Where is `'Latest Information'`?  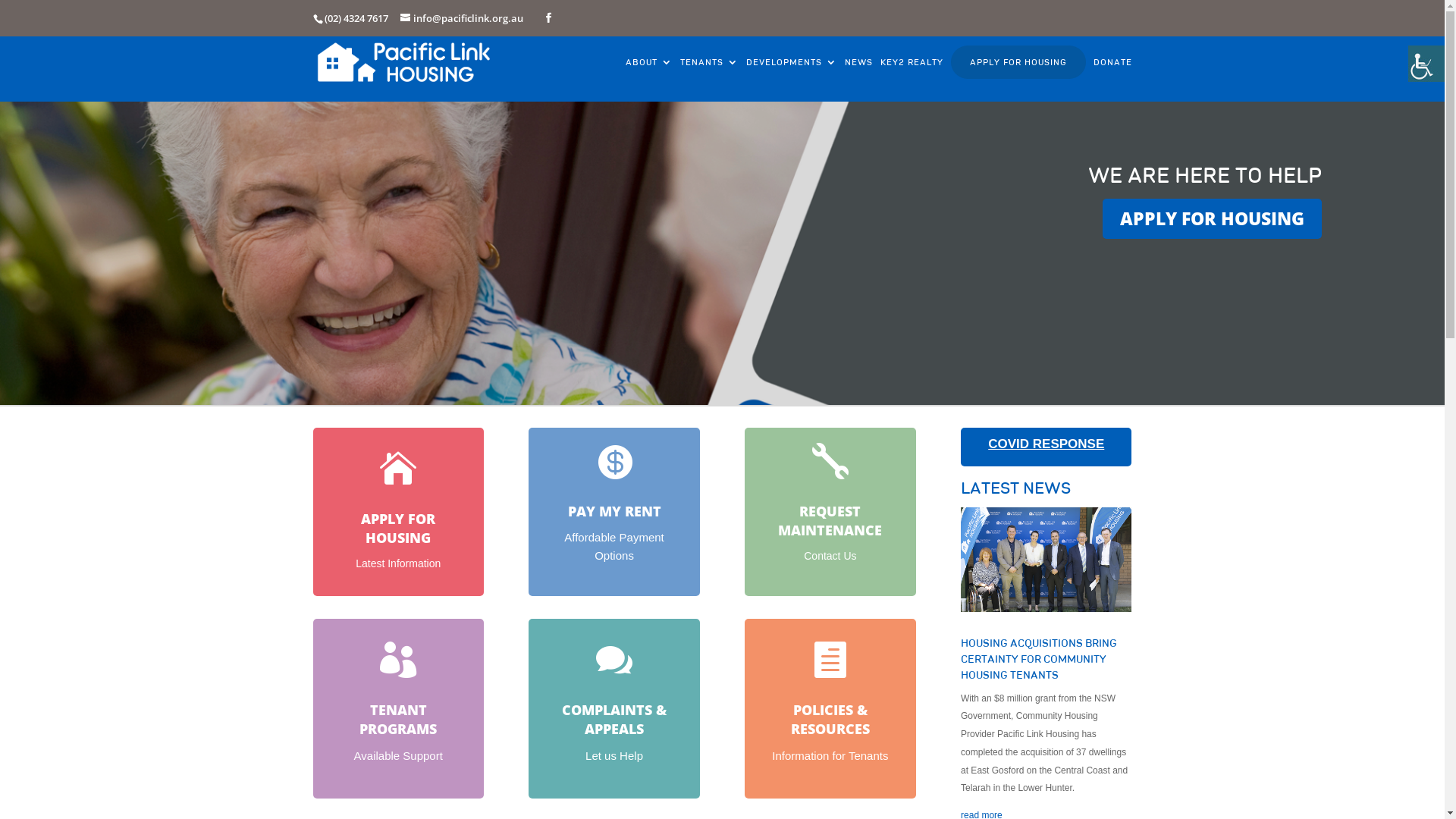 'Latest Information' is located at coordinates (355, 563).